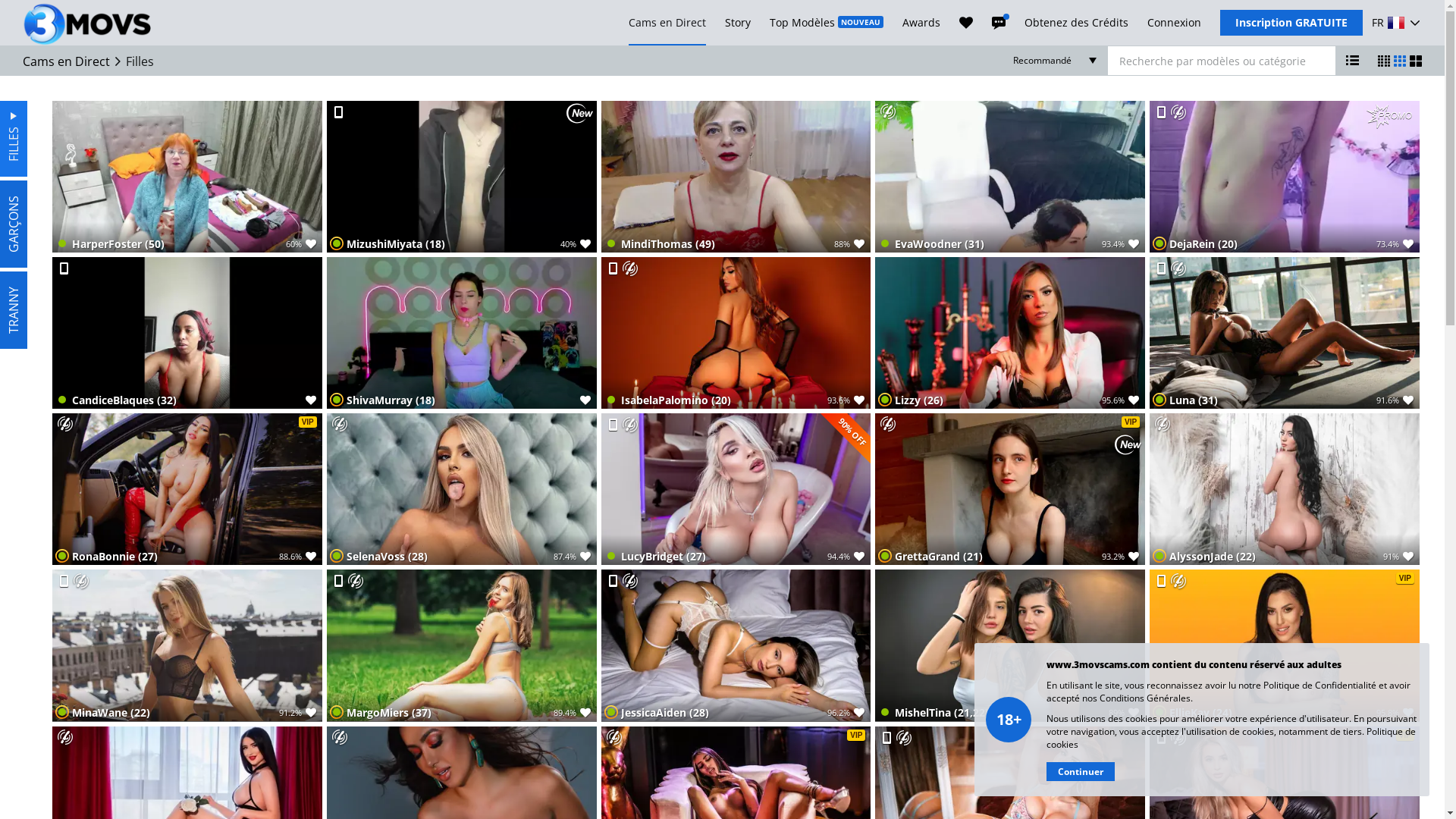 This screenshot has width=1456, height=819. What do you see at coordinates (461, 488) in the screenshot?
I see `'SelenaVoss (28)` at bounding box center [461, 488].